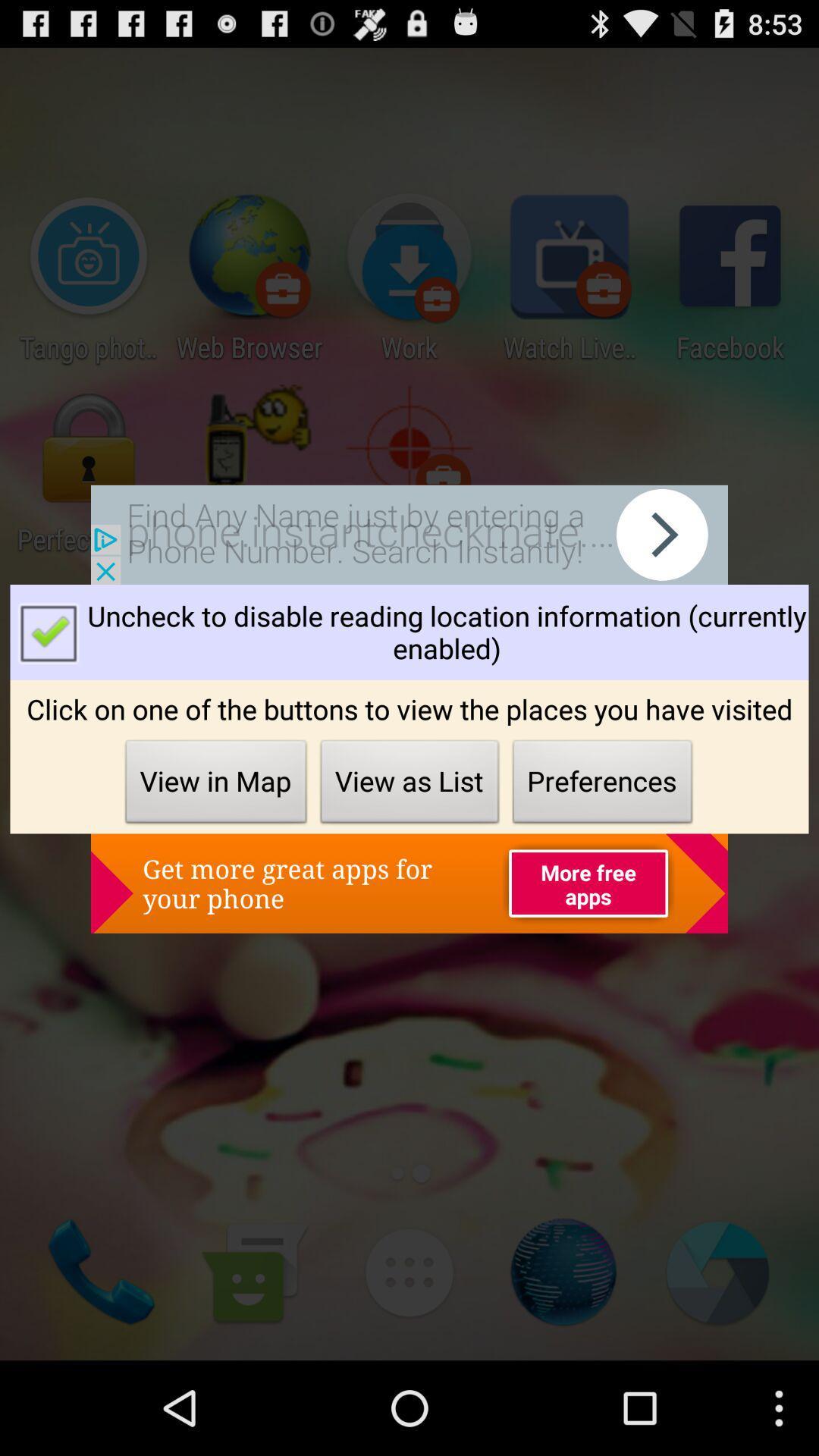  I want to click on shows the advertisement tab, so click(409, 535).